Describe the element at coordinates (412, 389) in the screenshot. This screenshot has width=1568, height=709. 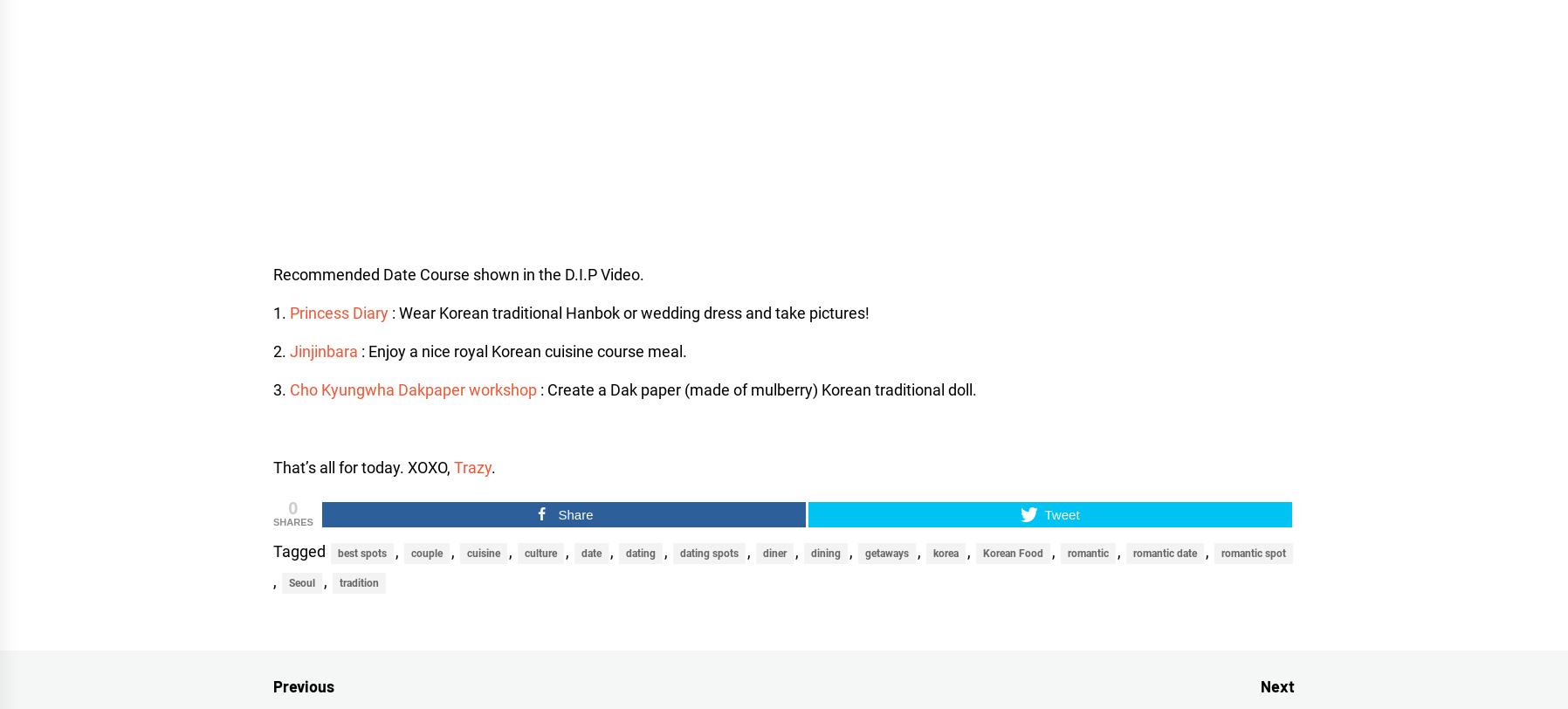
I see `'Cho Kyungwha Dakpaper workshop'` at that location.